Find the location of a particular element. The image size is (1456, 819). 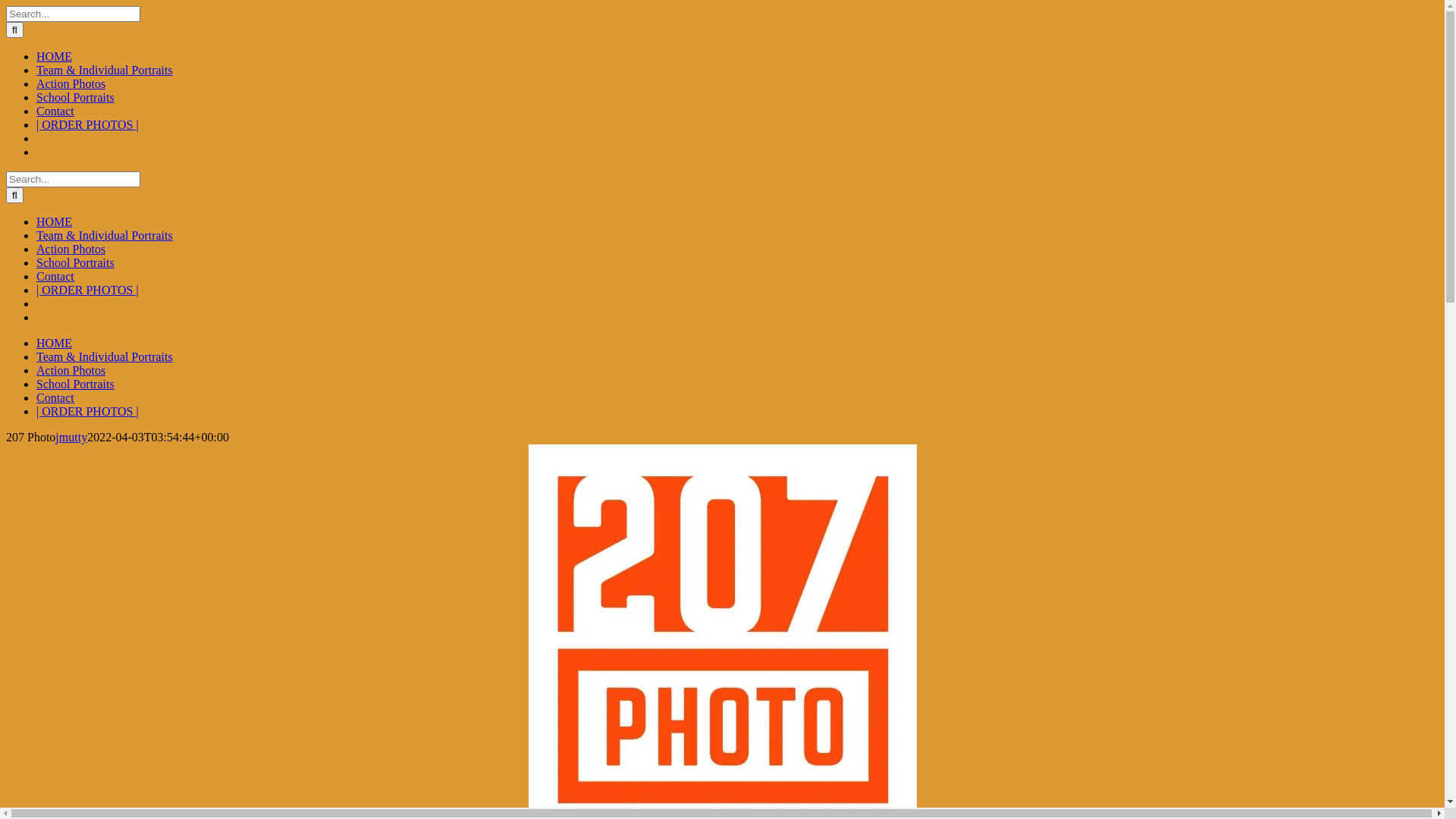

'School Portraits' is located at coordinates (36, 262).